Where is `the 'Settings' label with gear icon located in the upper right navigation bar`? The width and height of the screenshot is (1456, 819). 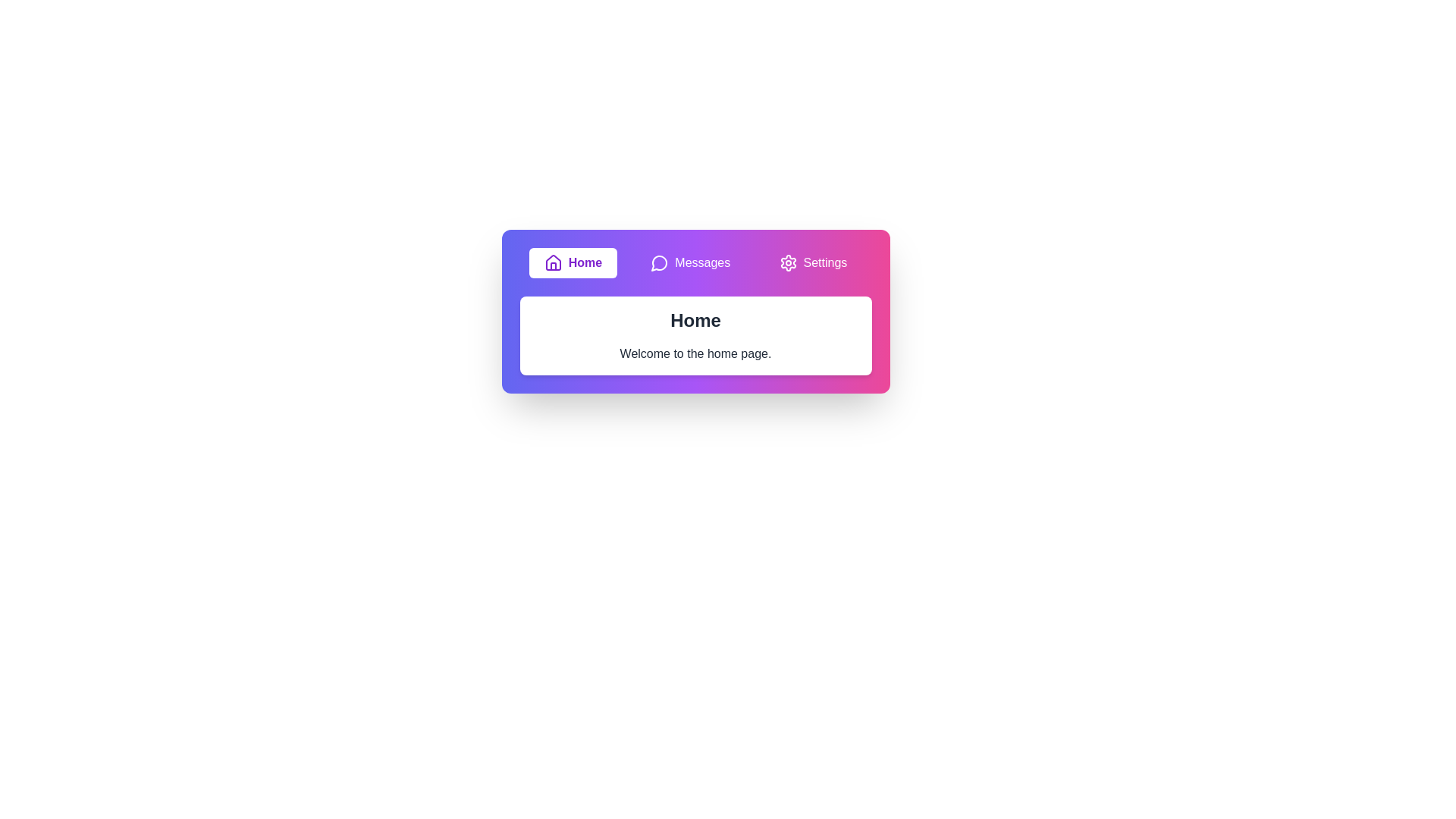
the 'Settings' label with gear icon located in the upper right navigation bar is located at coordinates (812, 262).